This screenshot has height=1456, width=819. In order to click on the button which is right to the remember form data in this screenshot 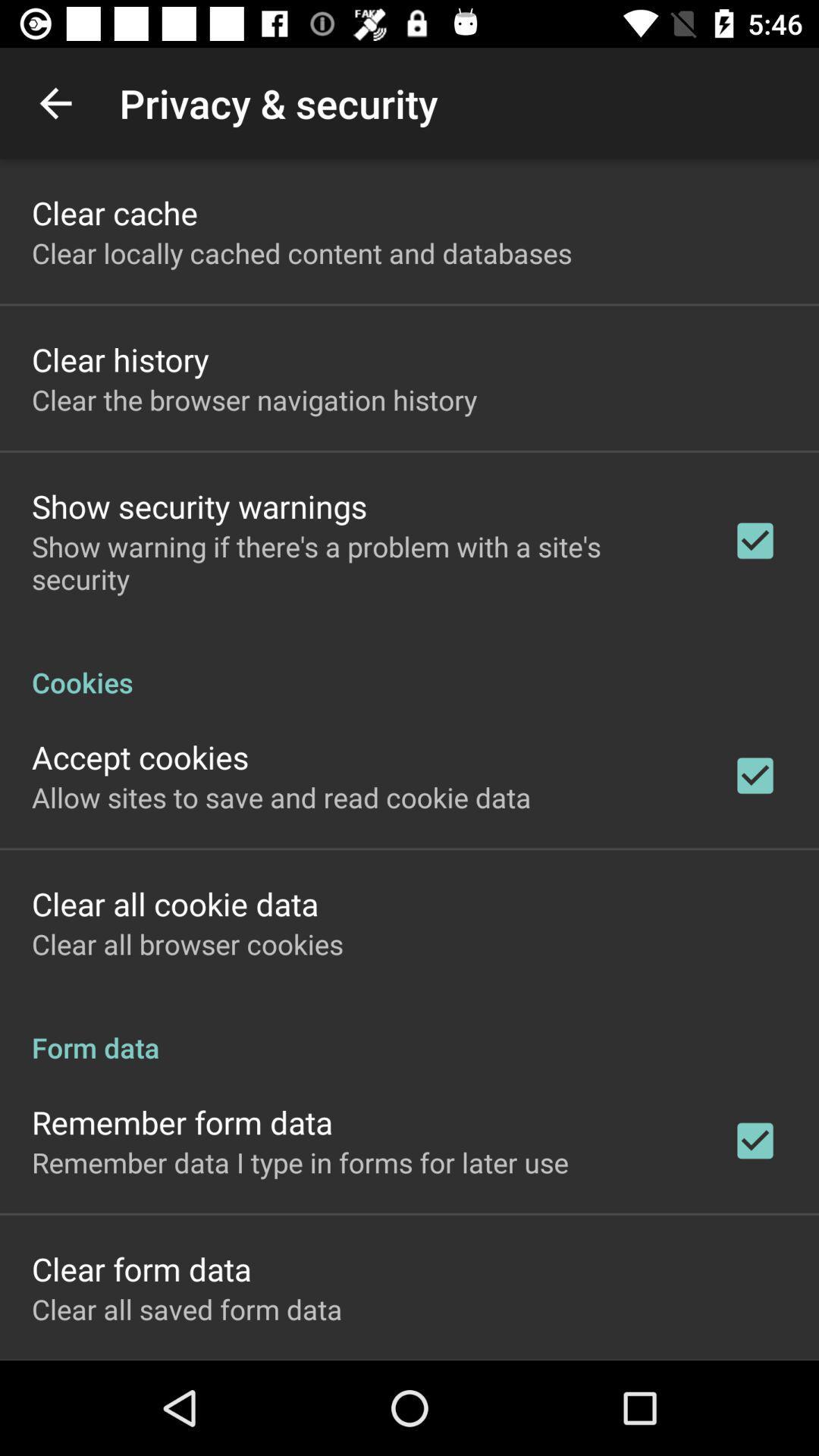, I will do `click(755, 1141)`.